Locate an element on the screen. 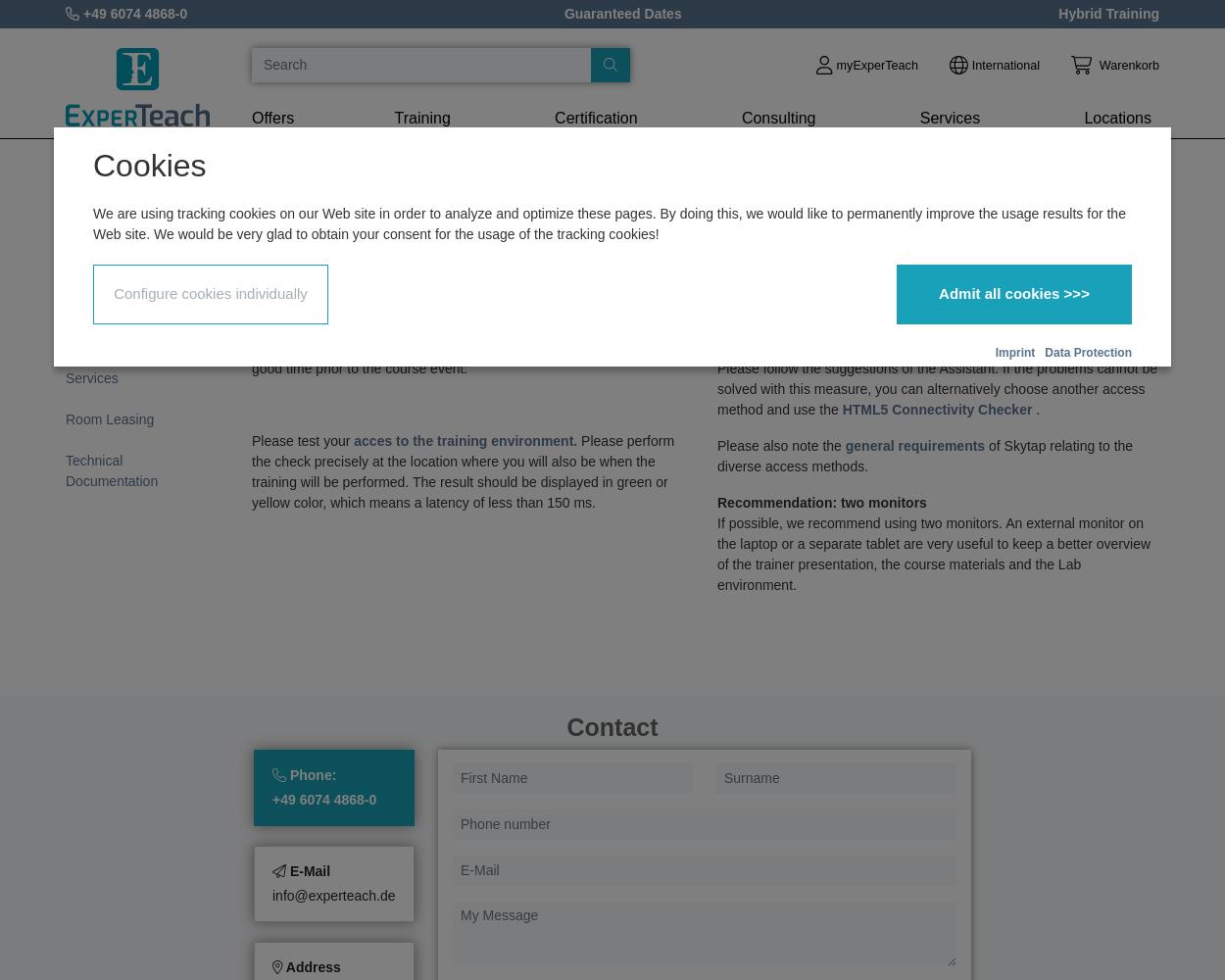  'Recommendation: two monitors' is located at coordinates (820, 503).